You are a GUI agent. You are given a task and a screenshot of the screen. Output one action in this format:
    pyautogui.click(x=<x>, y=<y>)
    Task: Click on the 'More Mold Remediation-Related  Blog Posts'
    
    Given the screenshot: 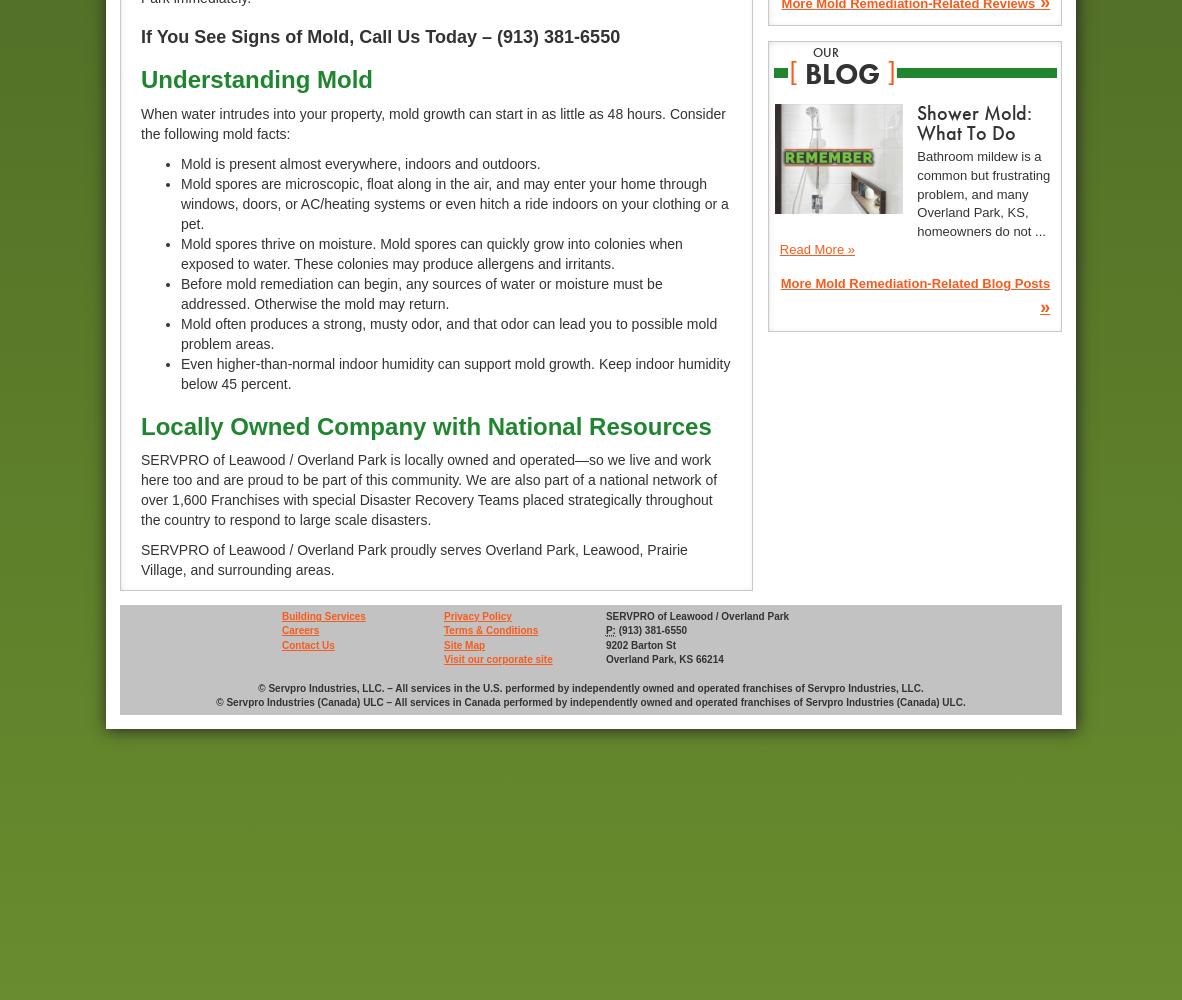 What is the action you would take?
    pyautogui.click(x=914, y=282)
    